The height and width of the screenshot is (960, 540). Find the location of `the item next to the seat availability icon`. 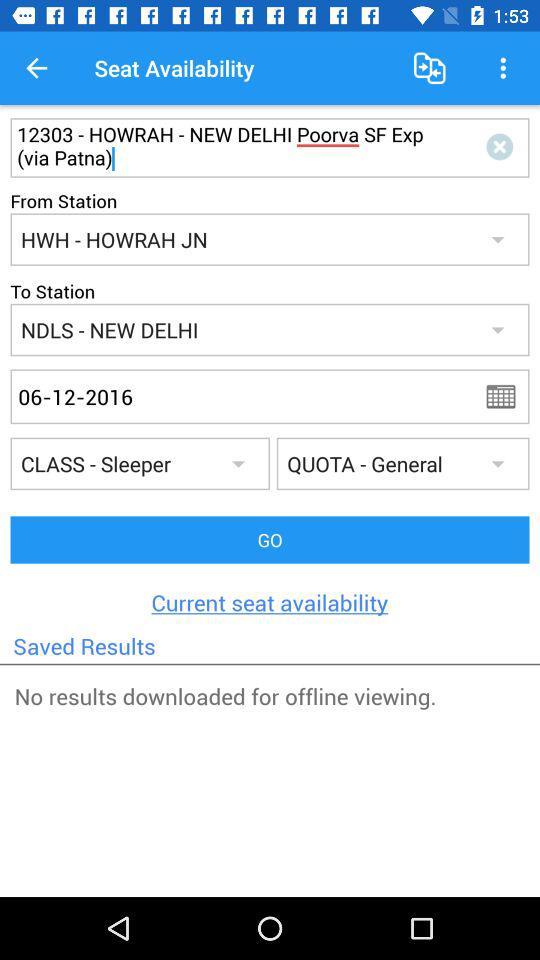

the item next to the seat availability icon is located at coordinates (36, 68).